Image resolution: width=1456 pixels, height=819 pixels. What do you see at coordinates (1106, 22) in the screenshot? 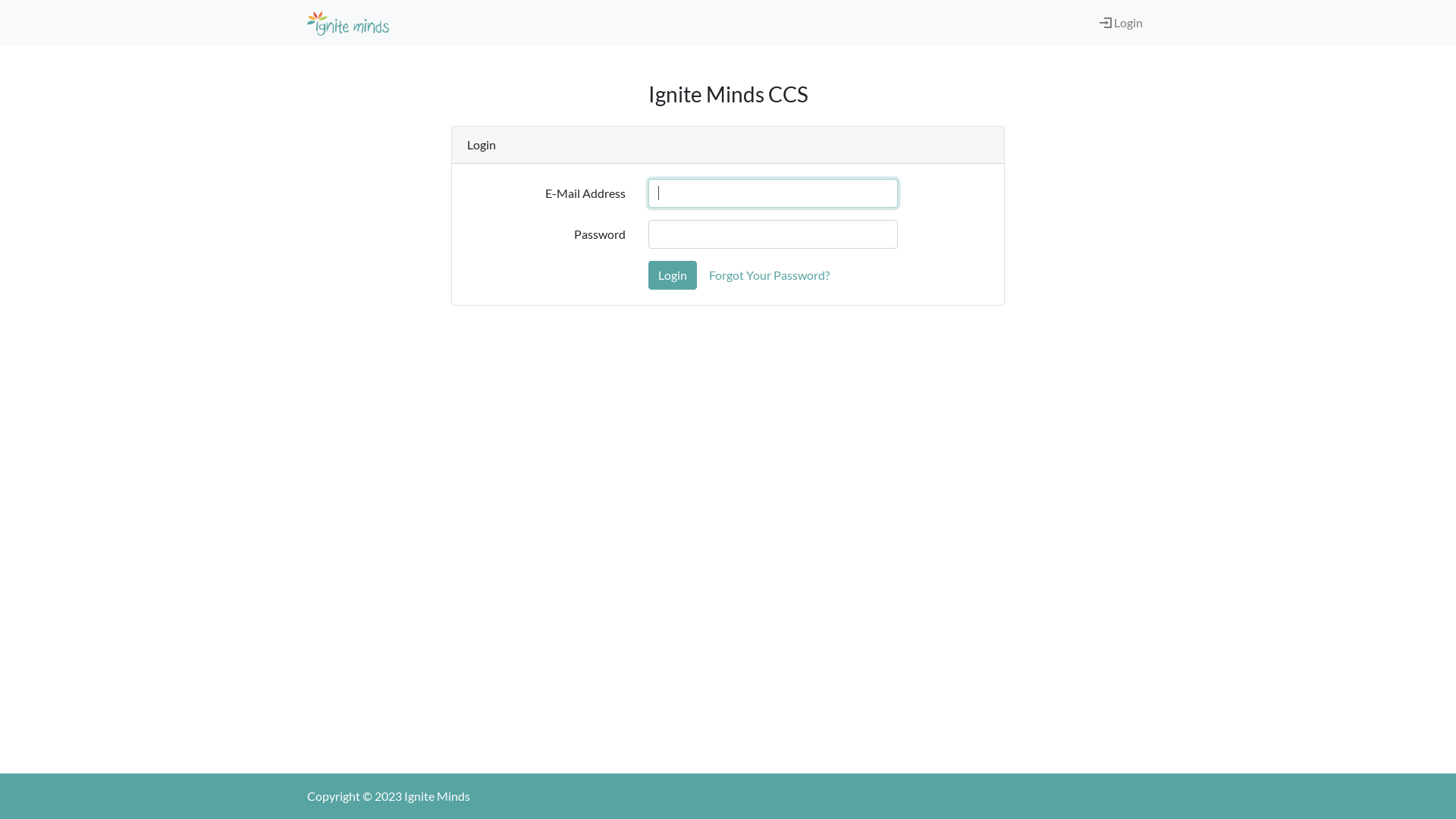
I see `'Login'` at bounding box center [1106, 22].